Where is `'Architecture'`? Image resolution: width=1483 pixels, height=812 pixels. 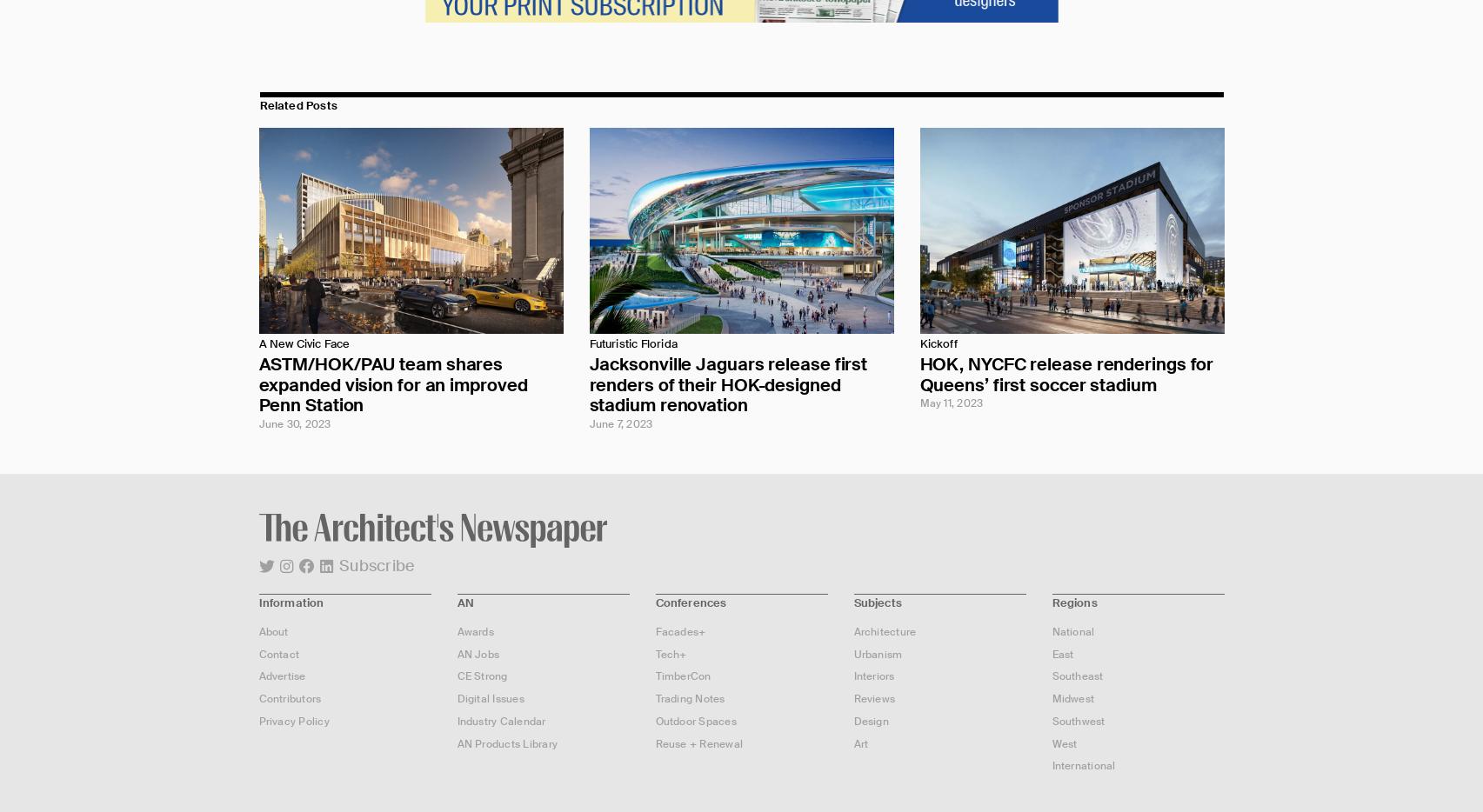
'Architecture' is located at coordinates (852, 630).